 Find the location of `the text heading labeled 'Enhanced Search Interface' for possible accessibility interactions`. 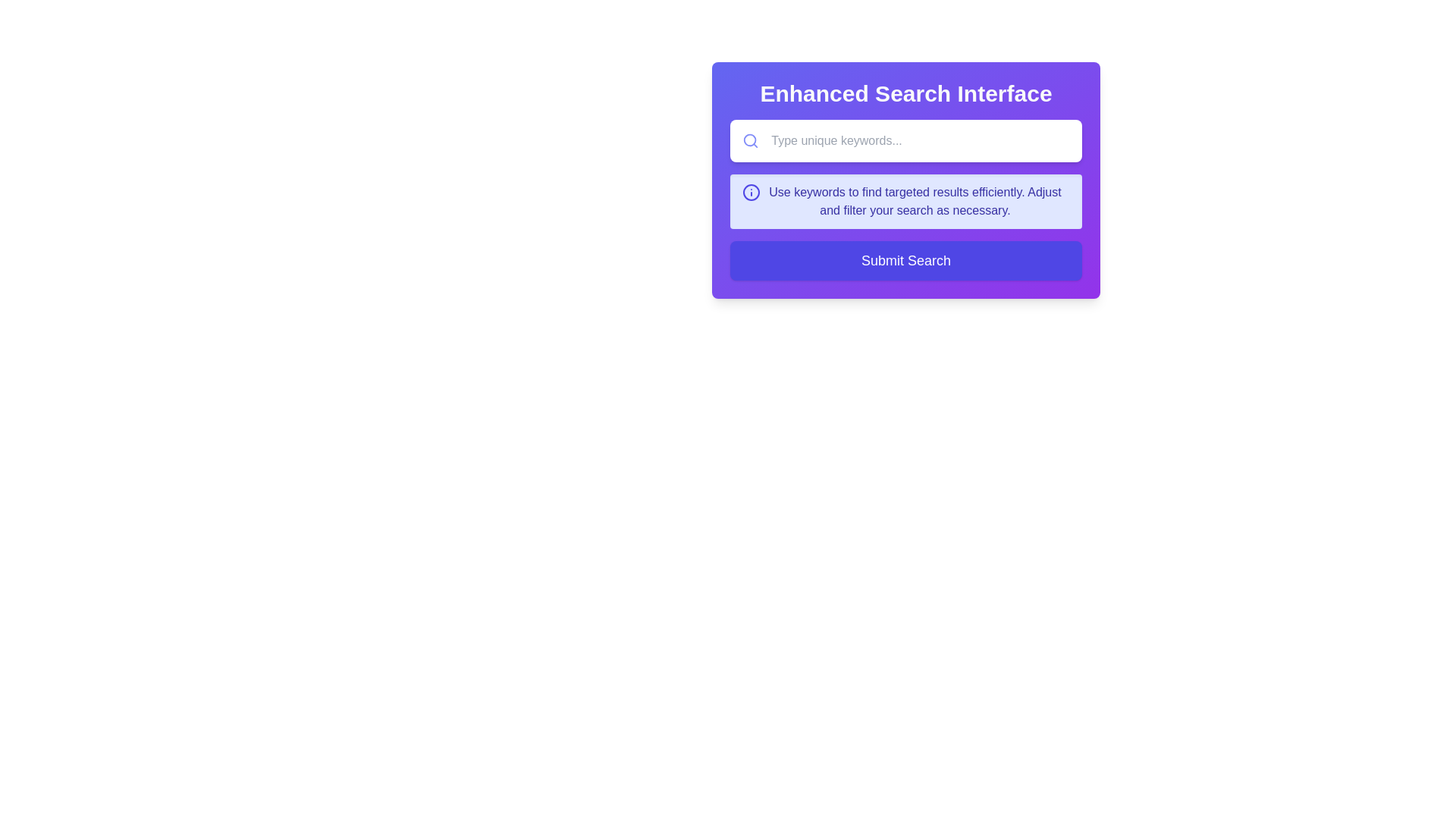

the text heading labeled 'Enhanced Search Interface' for possible accessibility interactions is located at coordinates (906, 93).